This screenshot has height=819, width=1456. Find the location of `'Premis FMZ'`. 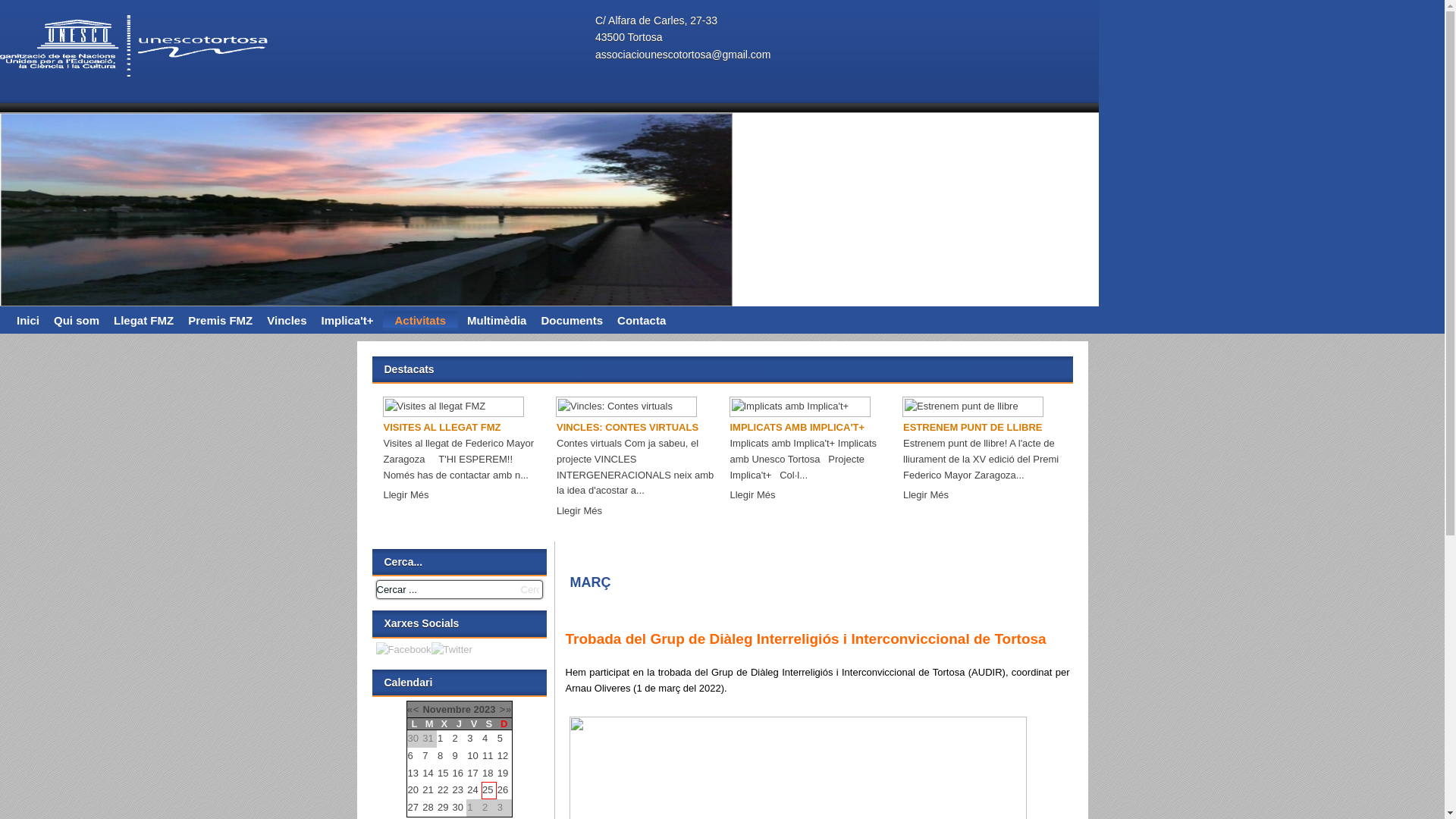

'Premis FMZ' is located at coordinates (182, 320).